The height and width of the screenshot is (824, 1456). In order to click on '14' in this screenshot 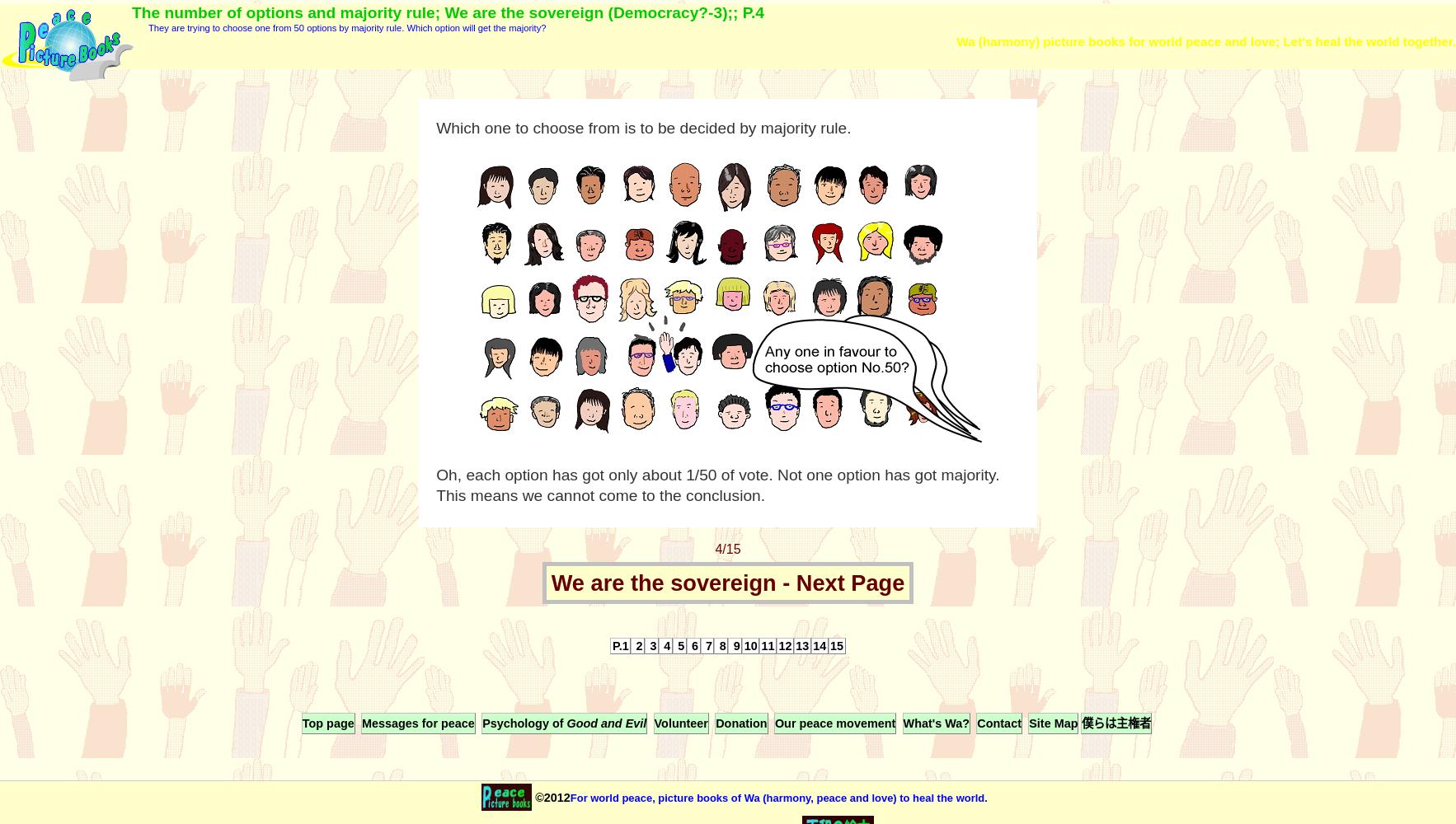, I will do `click(811, 646)`.